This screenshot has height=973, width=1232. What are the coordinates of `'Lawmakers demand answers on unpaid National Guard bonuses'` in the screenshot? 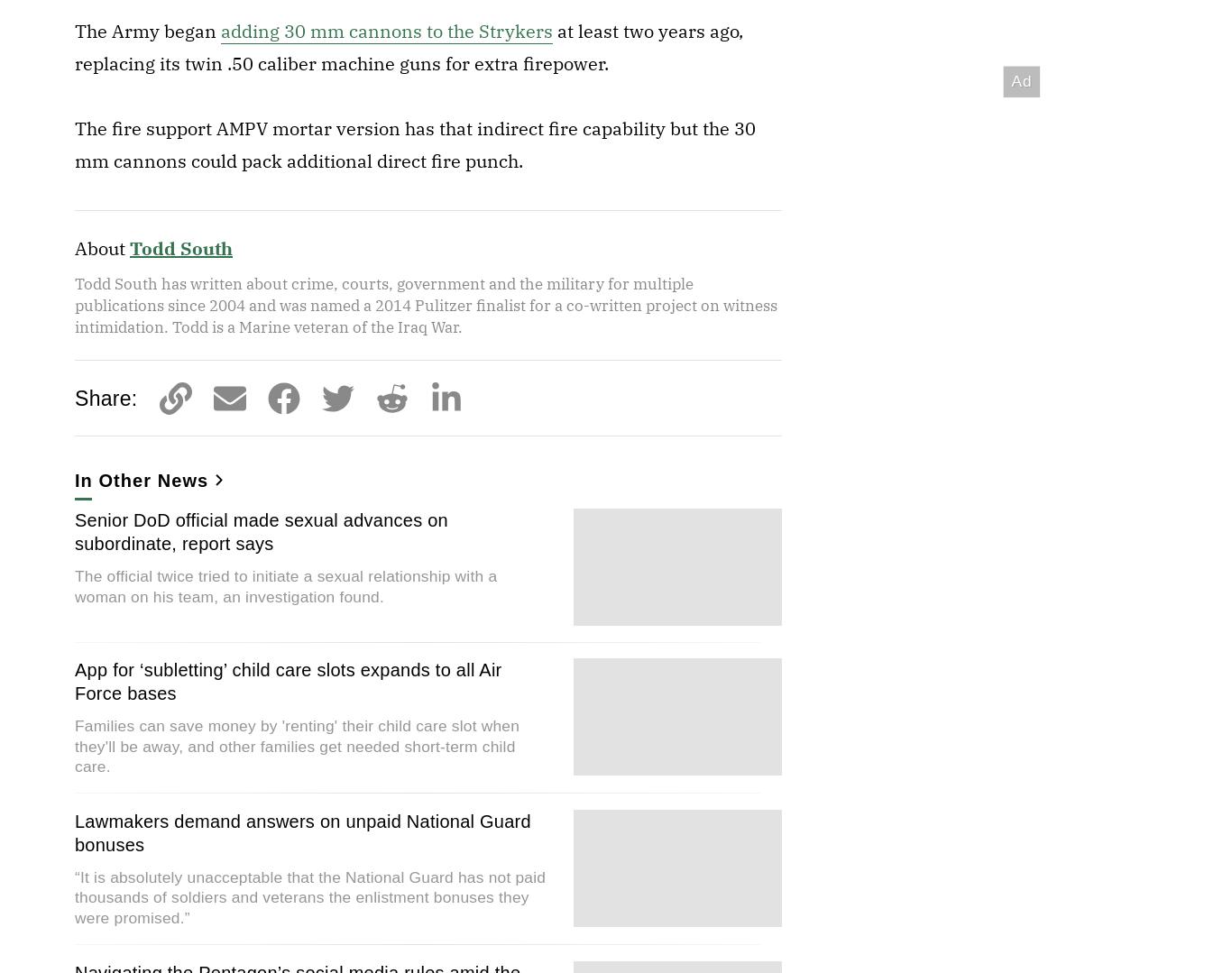 It's located at (302, 831).